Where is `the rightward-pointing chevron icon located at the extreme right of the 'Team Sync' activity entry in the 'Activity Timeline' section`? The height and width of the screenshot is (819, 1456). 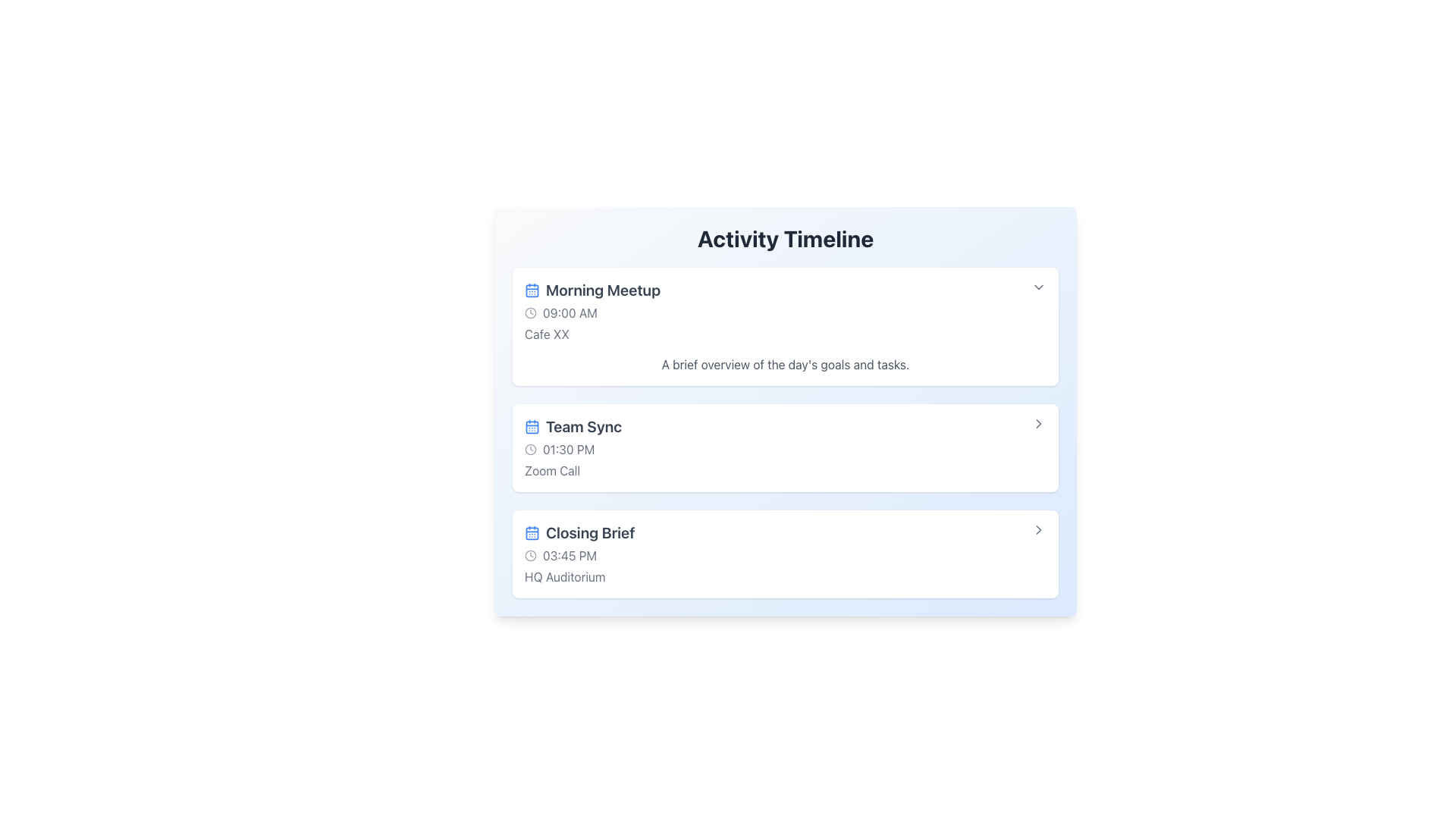
the rightward-pointing chevron icon located at the extreme right of the 'Team Sync' activity entry in the 'Activity Timeline' section is located at coordinates (1037, 424).